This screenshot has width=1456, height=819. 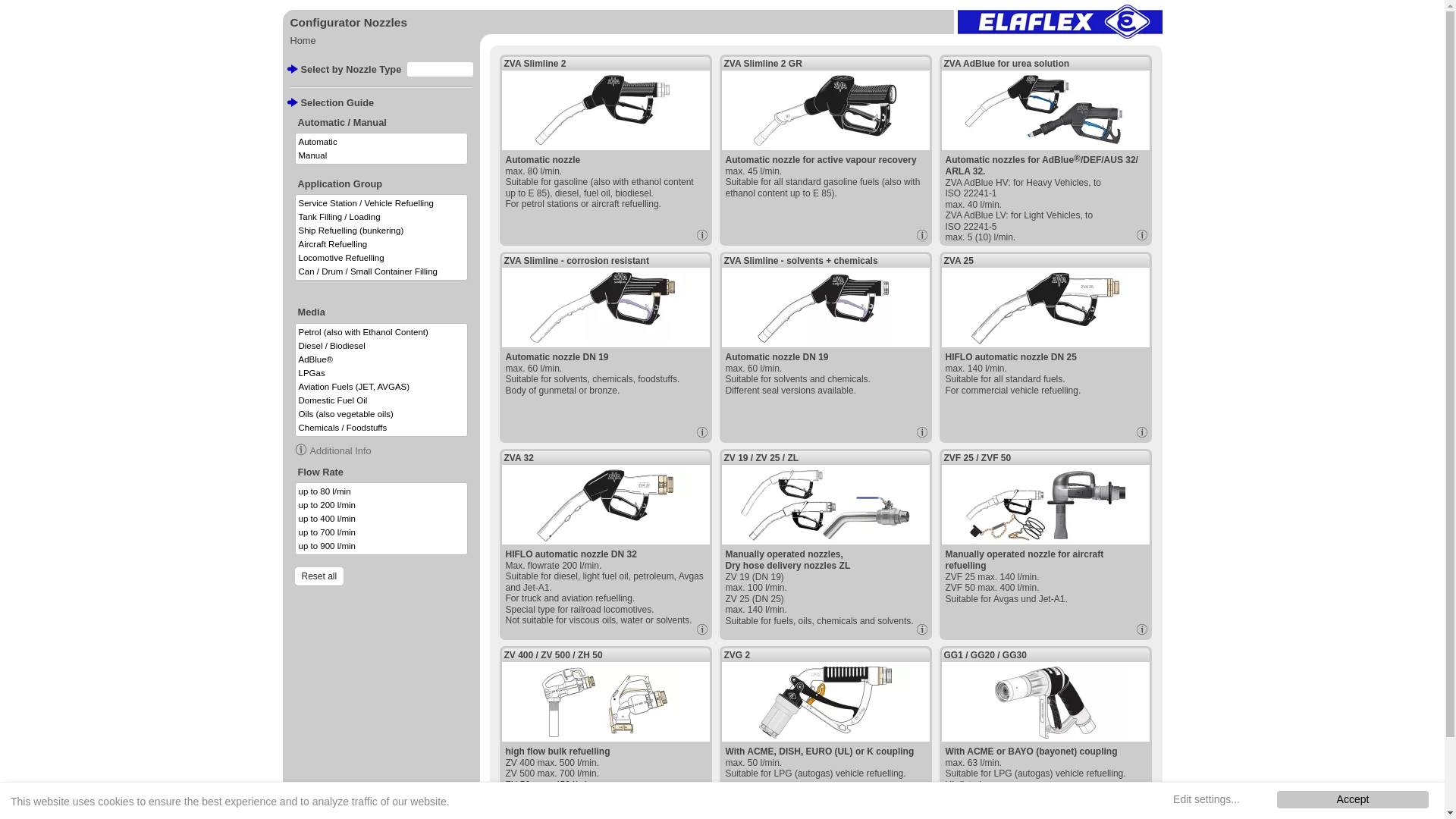 What do you see at coordinates (381, 243) in the screenshot?
I see `'Aircraft Refuelling'` at bounding box center [381, 243].